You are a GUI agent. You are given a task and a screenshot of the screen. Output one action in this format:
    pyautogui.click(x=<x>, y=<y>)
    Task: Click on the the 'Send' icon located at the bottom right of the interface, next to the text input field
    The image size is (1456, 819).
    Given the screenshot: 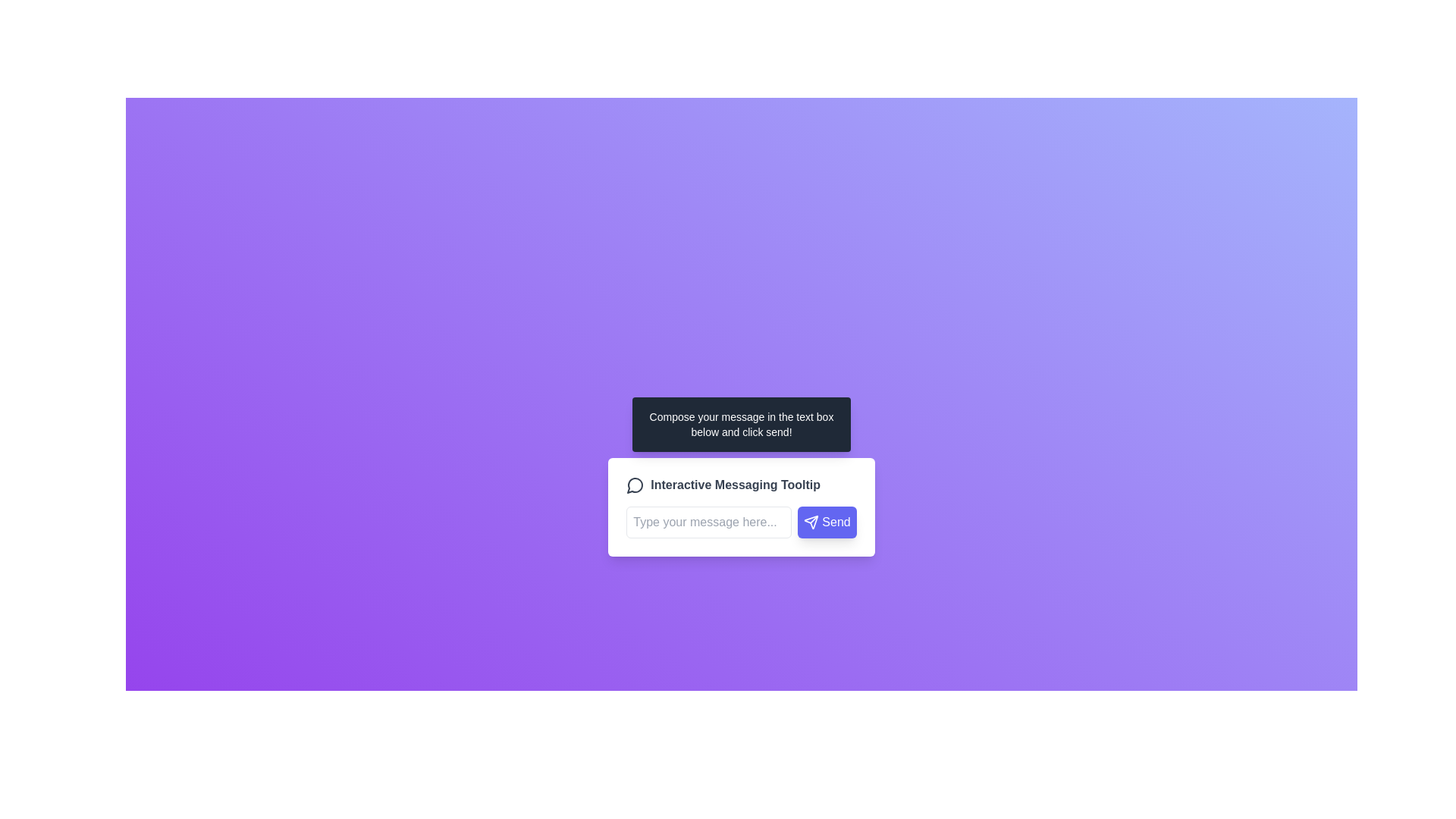 What is the action you would take?
    pyautogui.click(x=811, y=522)
    